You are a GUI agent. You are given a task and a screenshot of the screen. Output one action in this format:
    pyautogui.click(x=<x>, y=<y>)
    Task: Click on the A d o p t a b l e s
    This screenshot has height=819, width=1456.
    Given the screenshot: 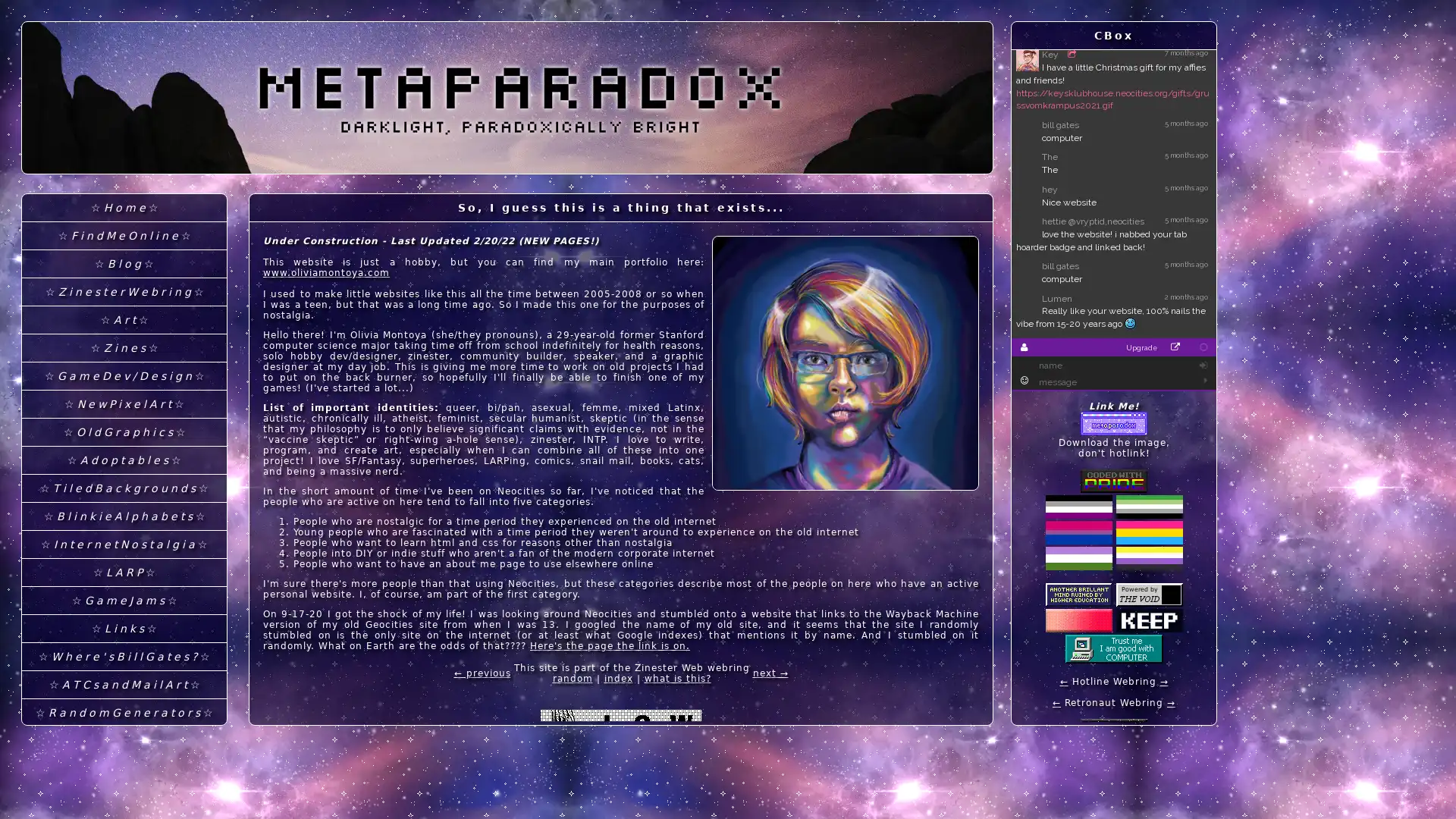 What is the action you would take?
    pyautogui.click(x=124, y=460)
    